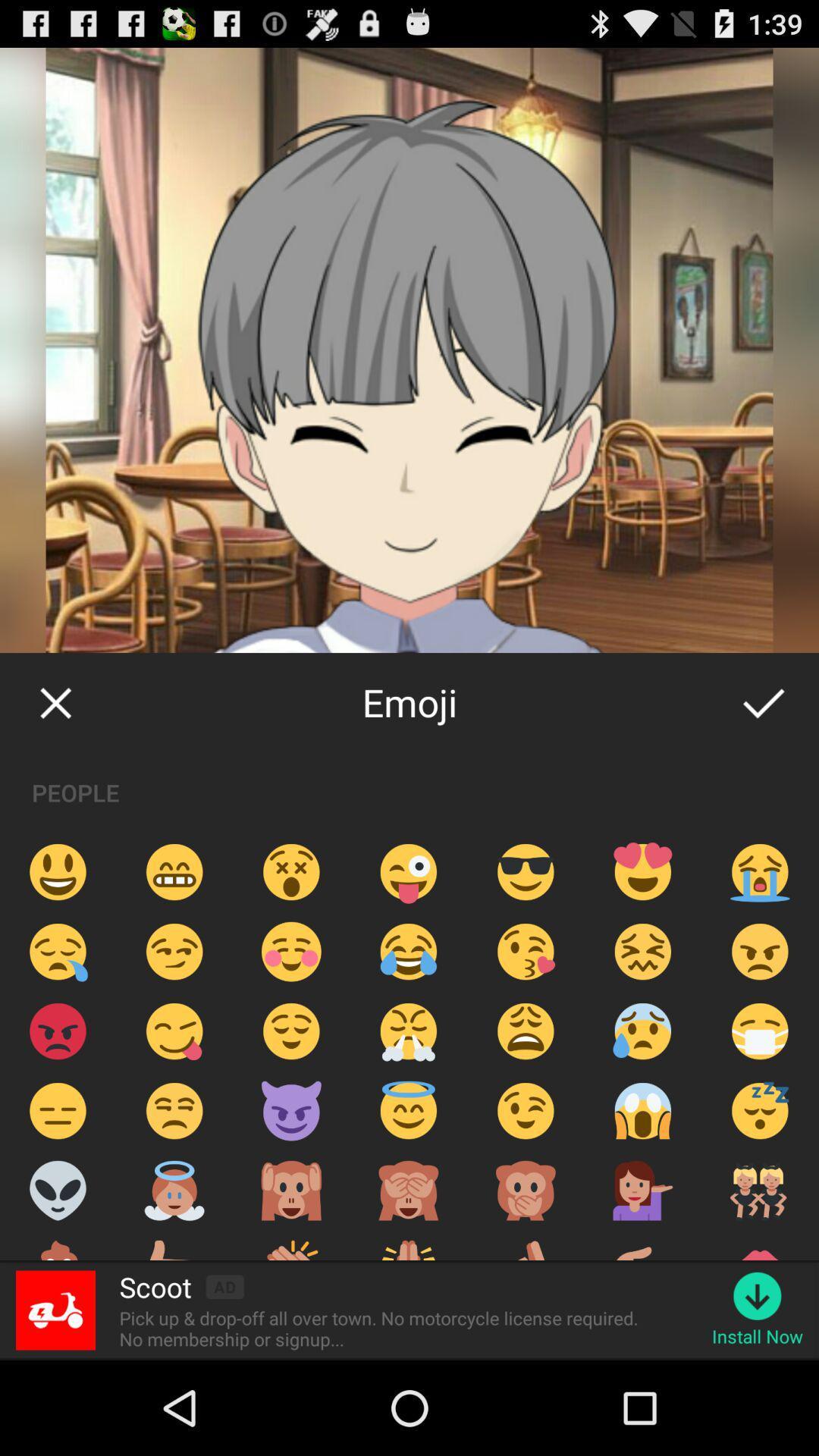  Describe the element at coordinates (55, 701) in the screenshot. I see `the item above people icon` at that location.